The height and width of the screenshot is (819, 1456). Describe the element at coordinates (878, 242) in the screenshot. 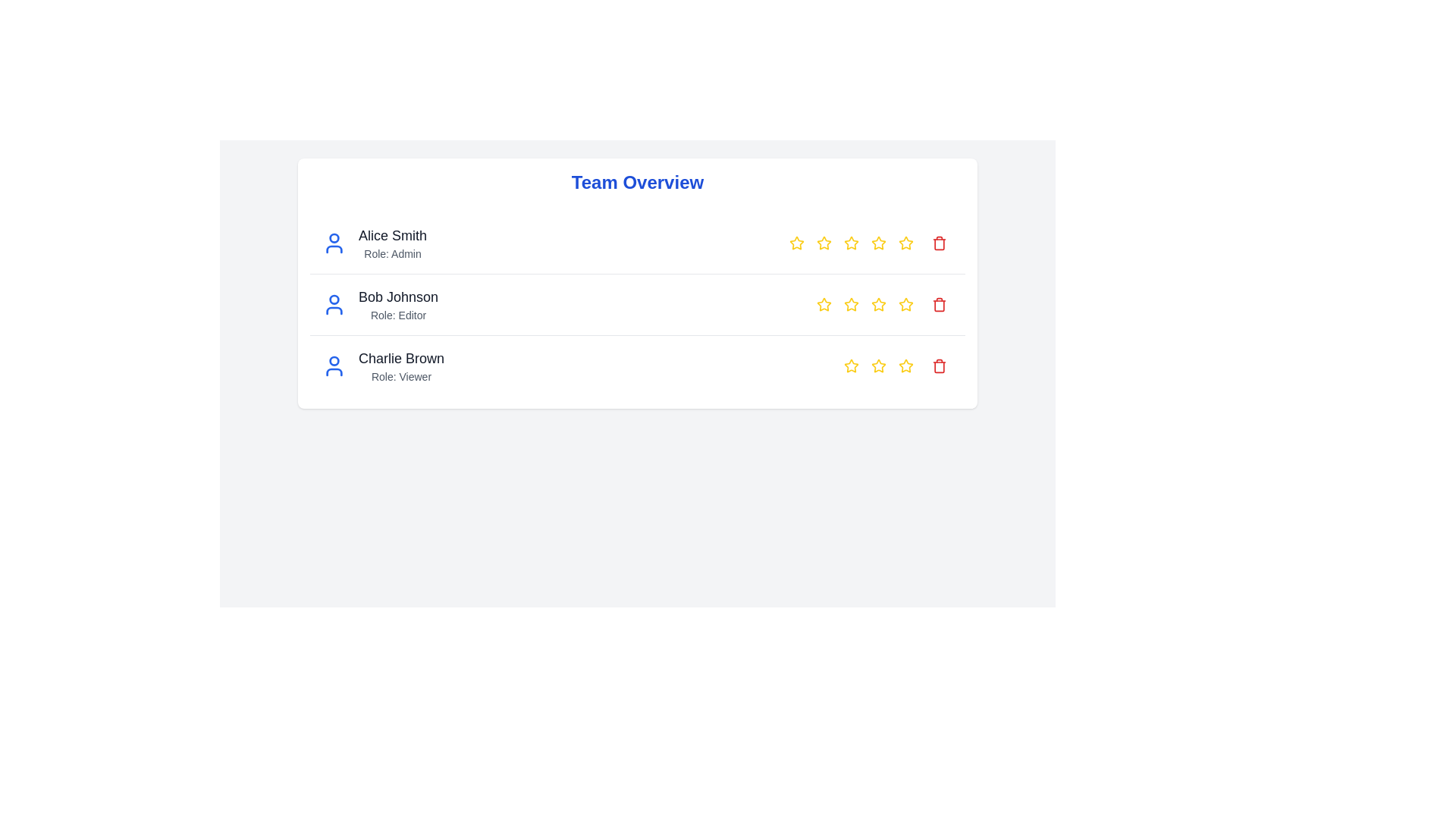

I see `and drop the fourth star in the Rating Star Icon series for 'Alice Smith - Role: Admin' in the 'Team Overview' table` at that location.